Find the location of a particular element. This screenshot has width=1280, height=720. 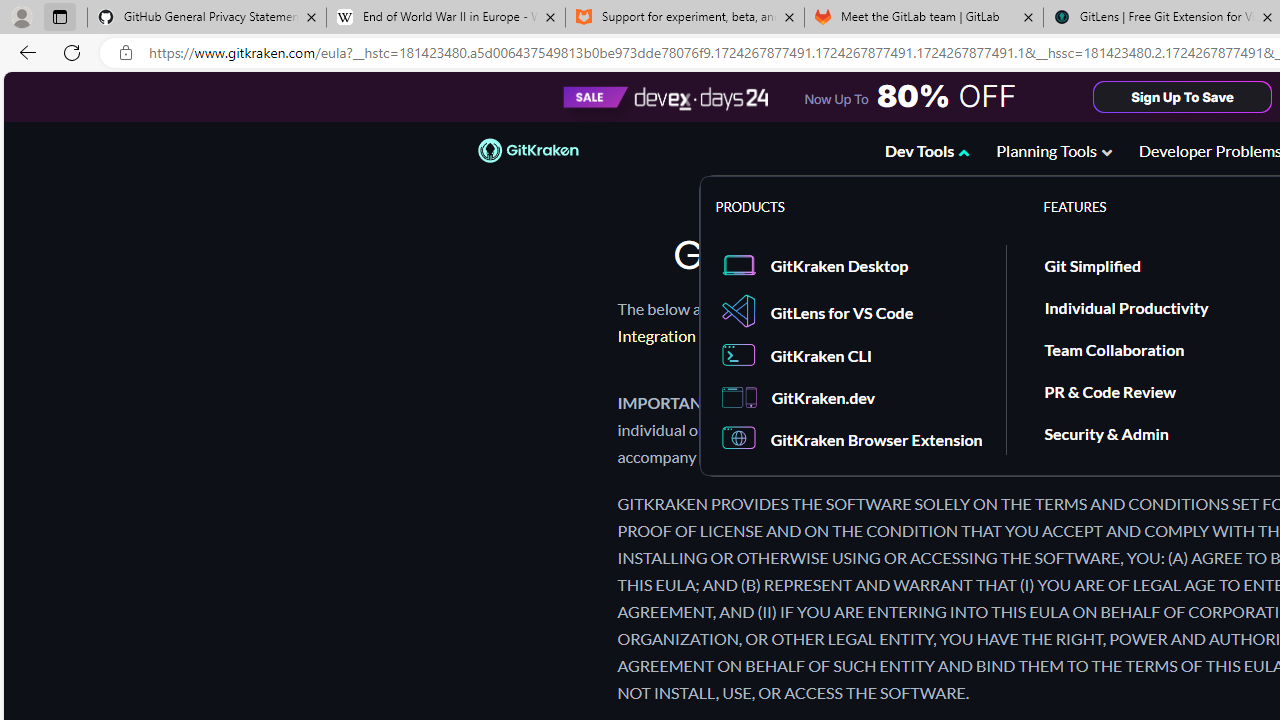

'Security & Admin' is located at coordinates (1105, 432).